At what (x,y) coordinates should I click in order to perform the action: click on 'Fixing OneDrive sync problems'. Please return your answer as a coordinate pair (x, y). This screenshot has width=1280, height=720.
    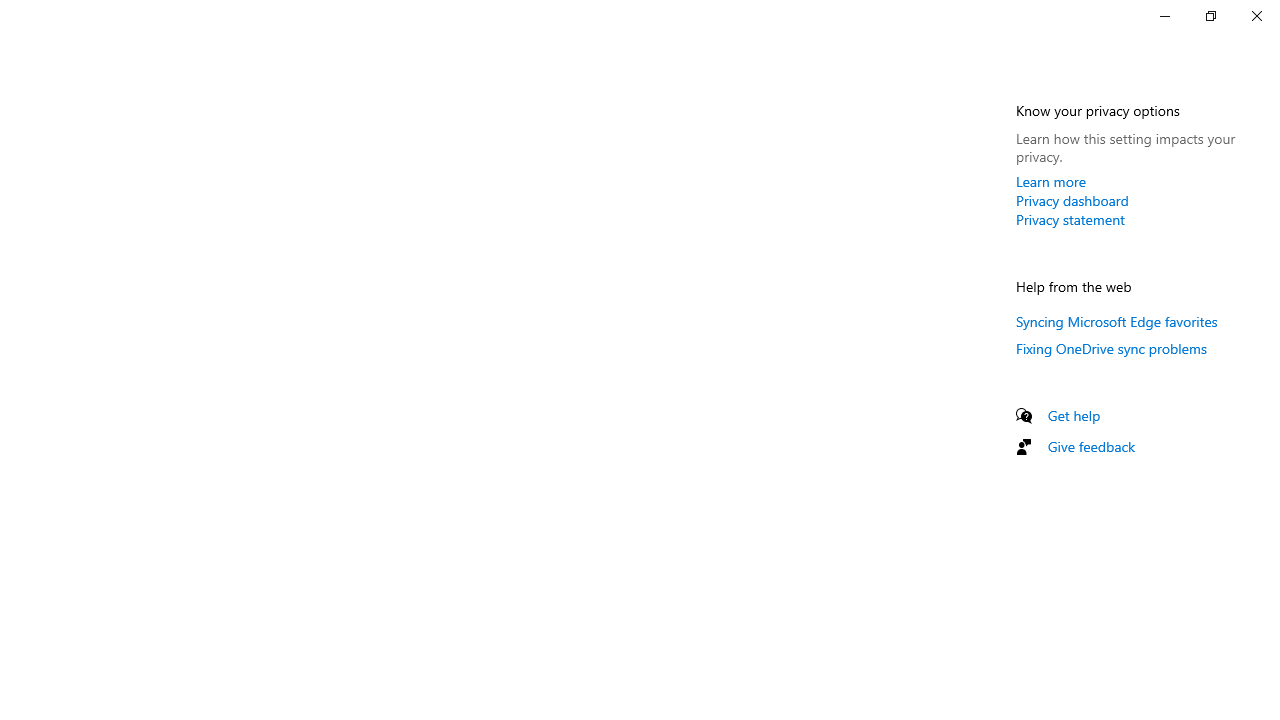
    Looking at the image, I should click on (1110, 347).